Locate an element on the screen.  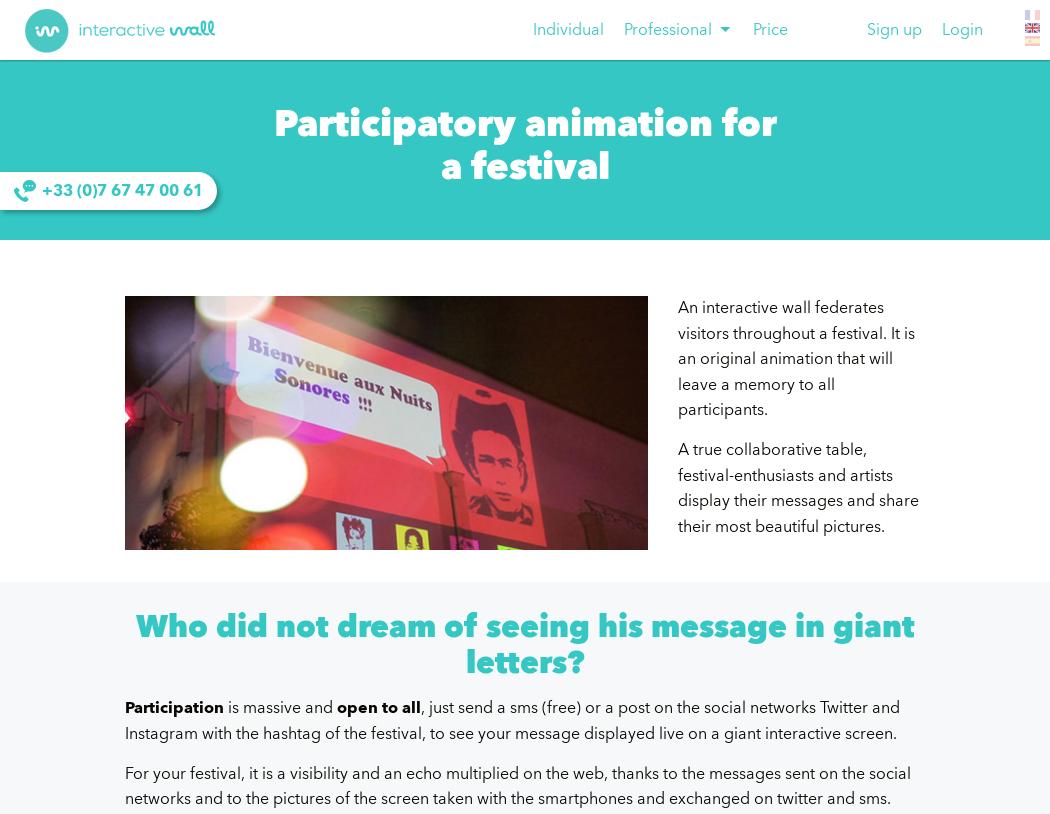
'Who did not dream of seeing his message in giant letters?' is located at coordinates (523, 645).